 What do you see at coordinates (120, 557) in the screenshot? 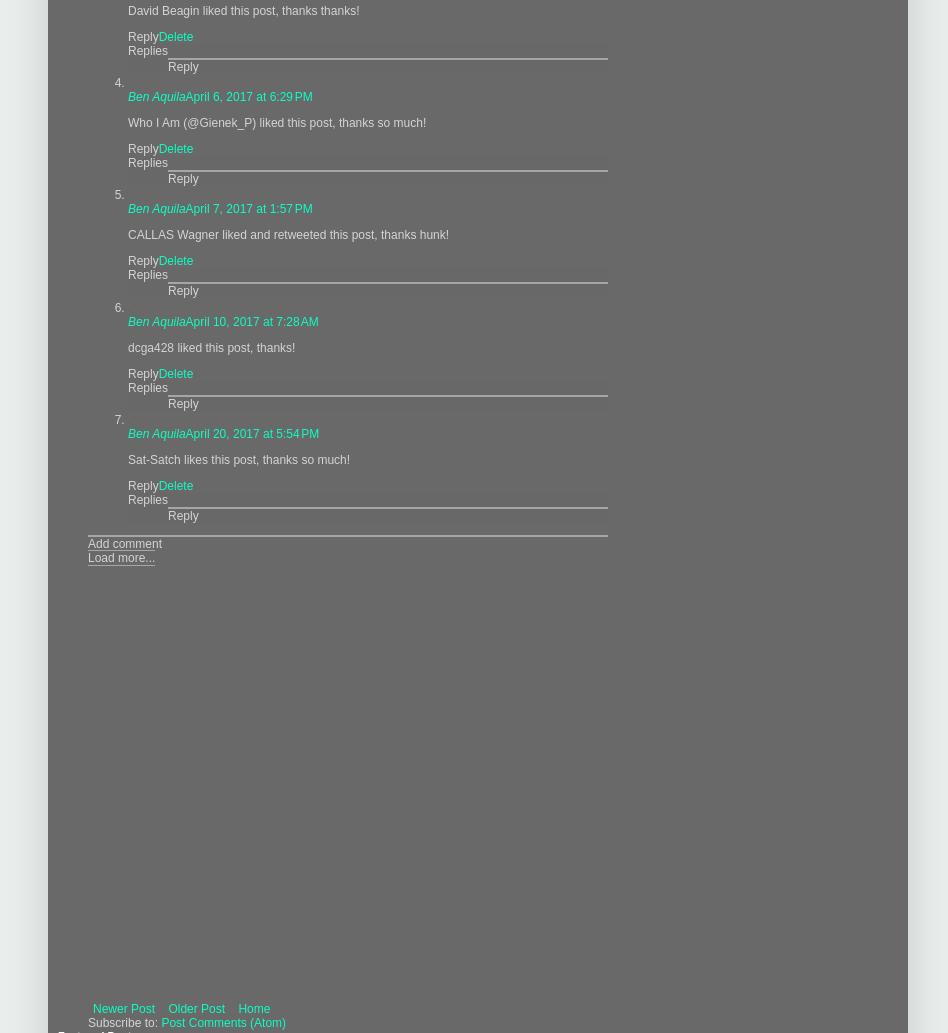
I see `'Load more...'` at bounding box center [120, 557].